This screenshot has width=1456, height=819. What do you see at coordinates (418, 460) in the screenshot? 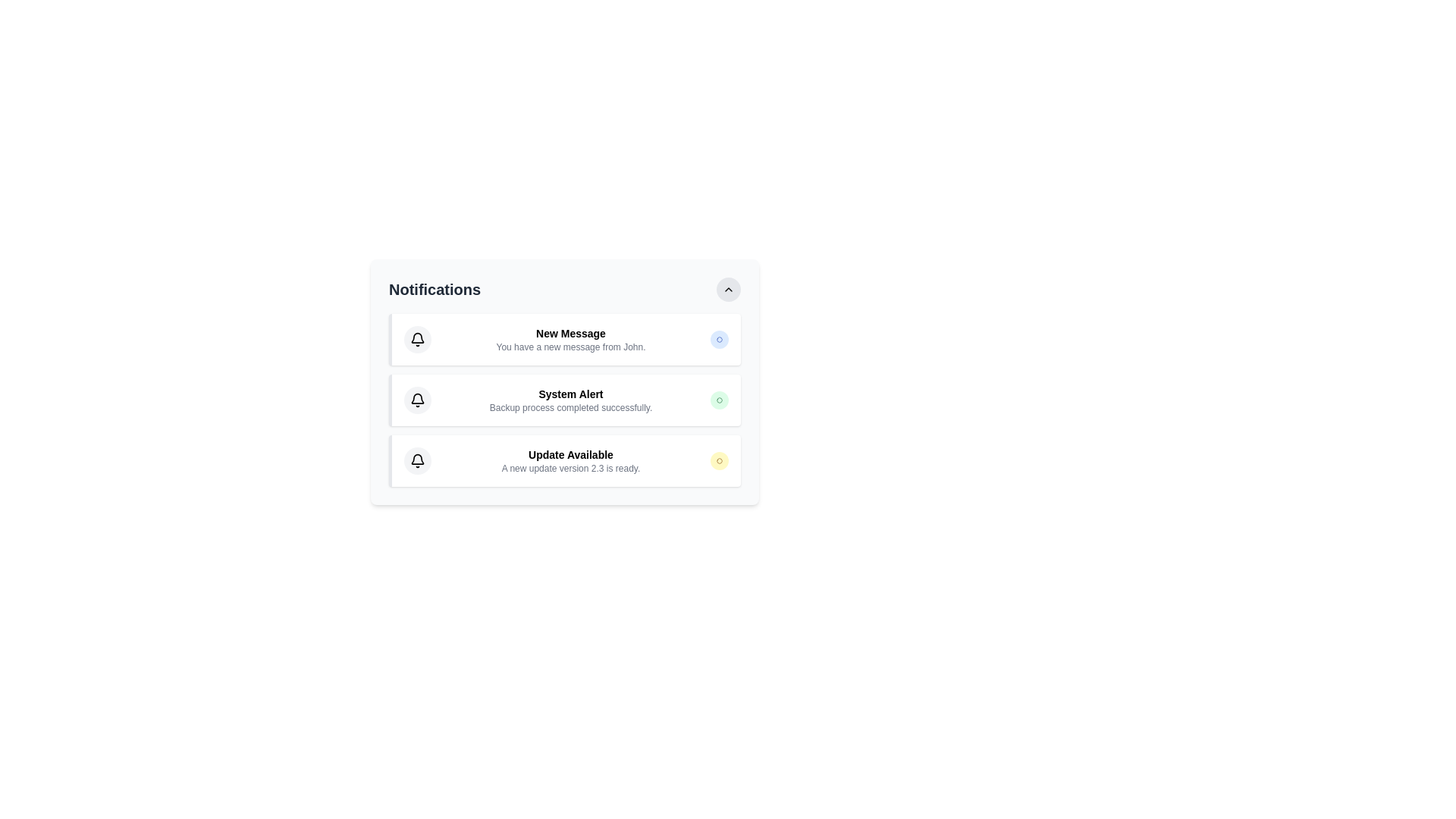
I see `the notification icon located at the top left corner of the 'Update Available' notification card, adjacent to the text 'Update Available'` at bounding box center [418, 460].